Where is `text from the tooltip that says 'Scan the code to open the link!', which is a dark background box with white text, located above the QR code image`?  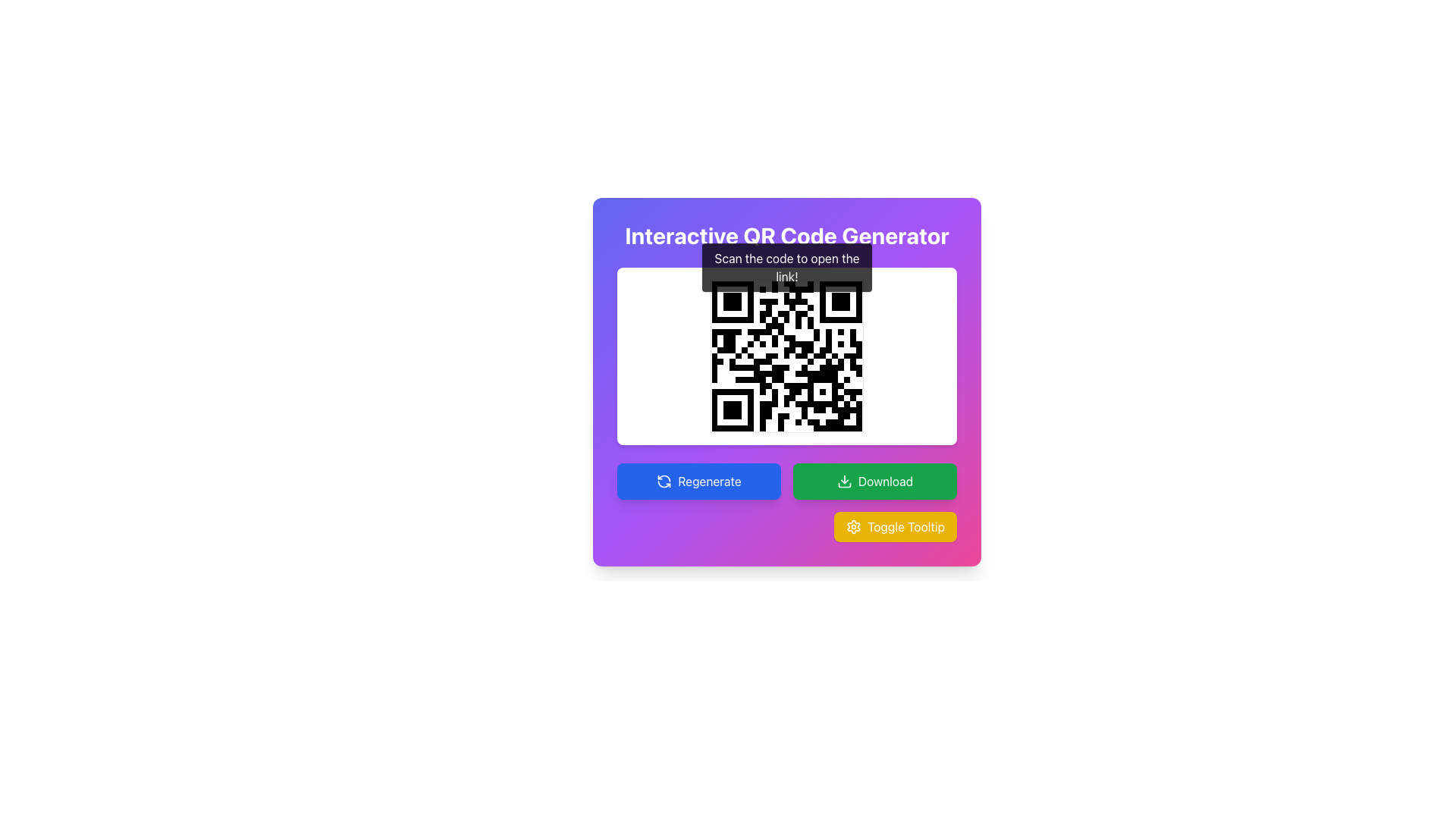
text from the tooltip that says 'Scan the code to open the link!', which is a dark background box with white text, located above the QR code image is located at coordinates (786, 267).